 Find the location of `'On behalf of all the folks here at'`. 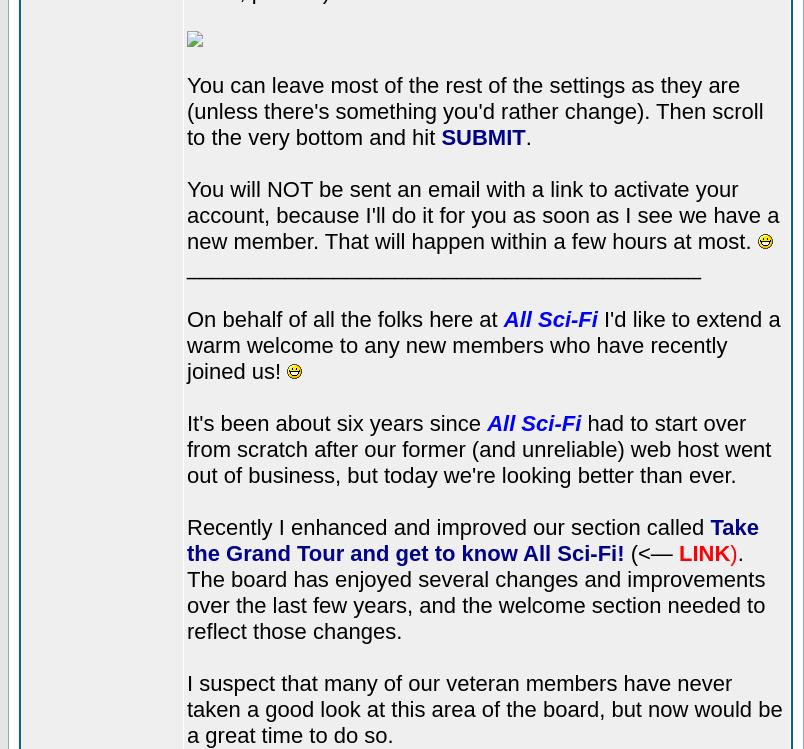

'On behalf of all the folks here at' is located at coordinates (344, 317).